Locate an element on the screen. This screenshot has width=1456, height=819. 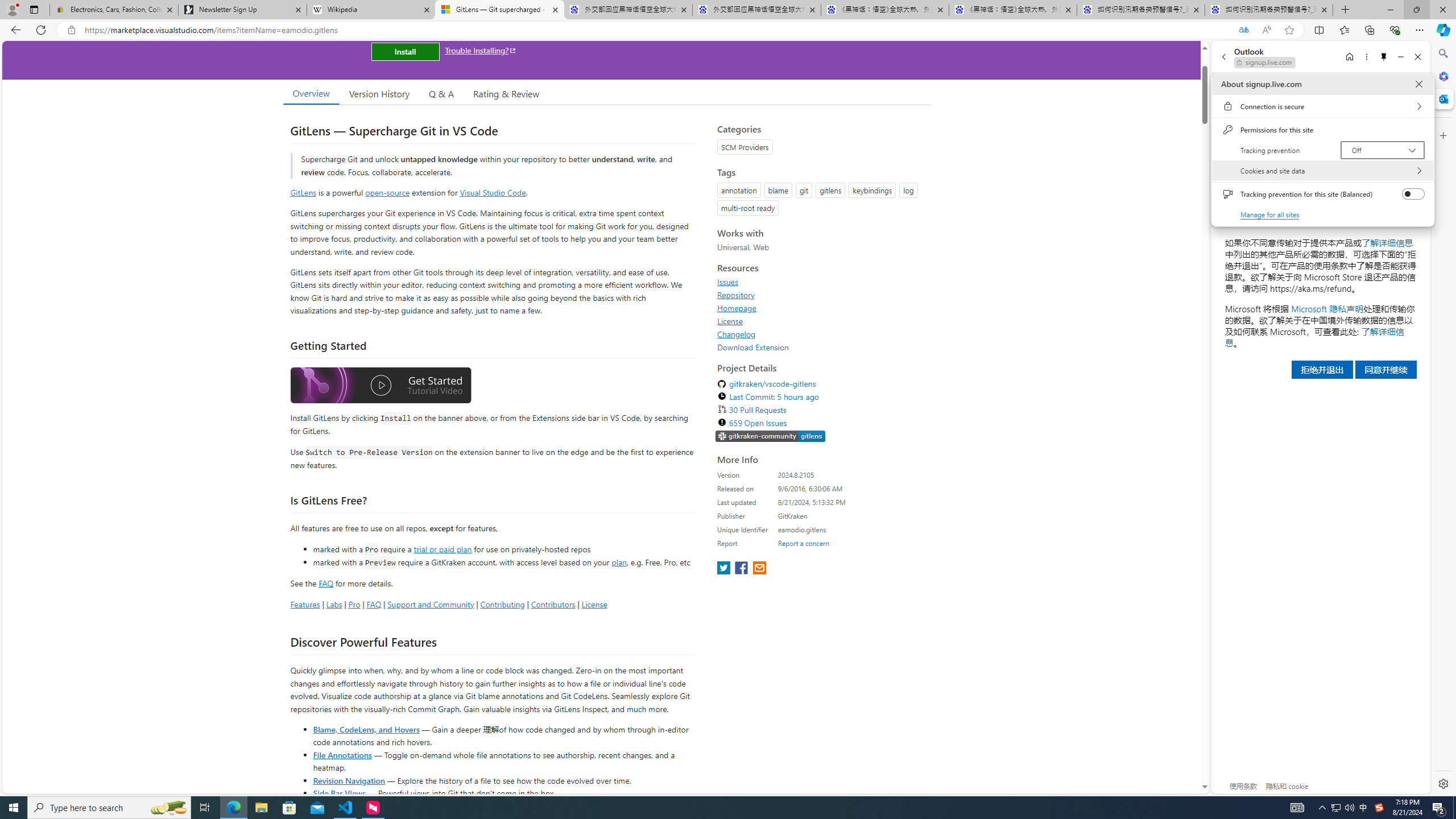
'AutomationID: 4105' is located at coordinates (1296, 806).